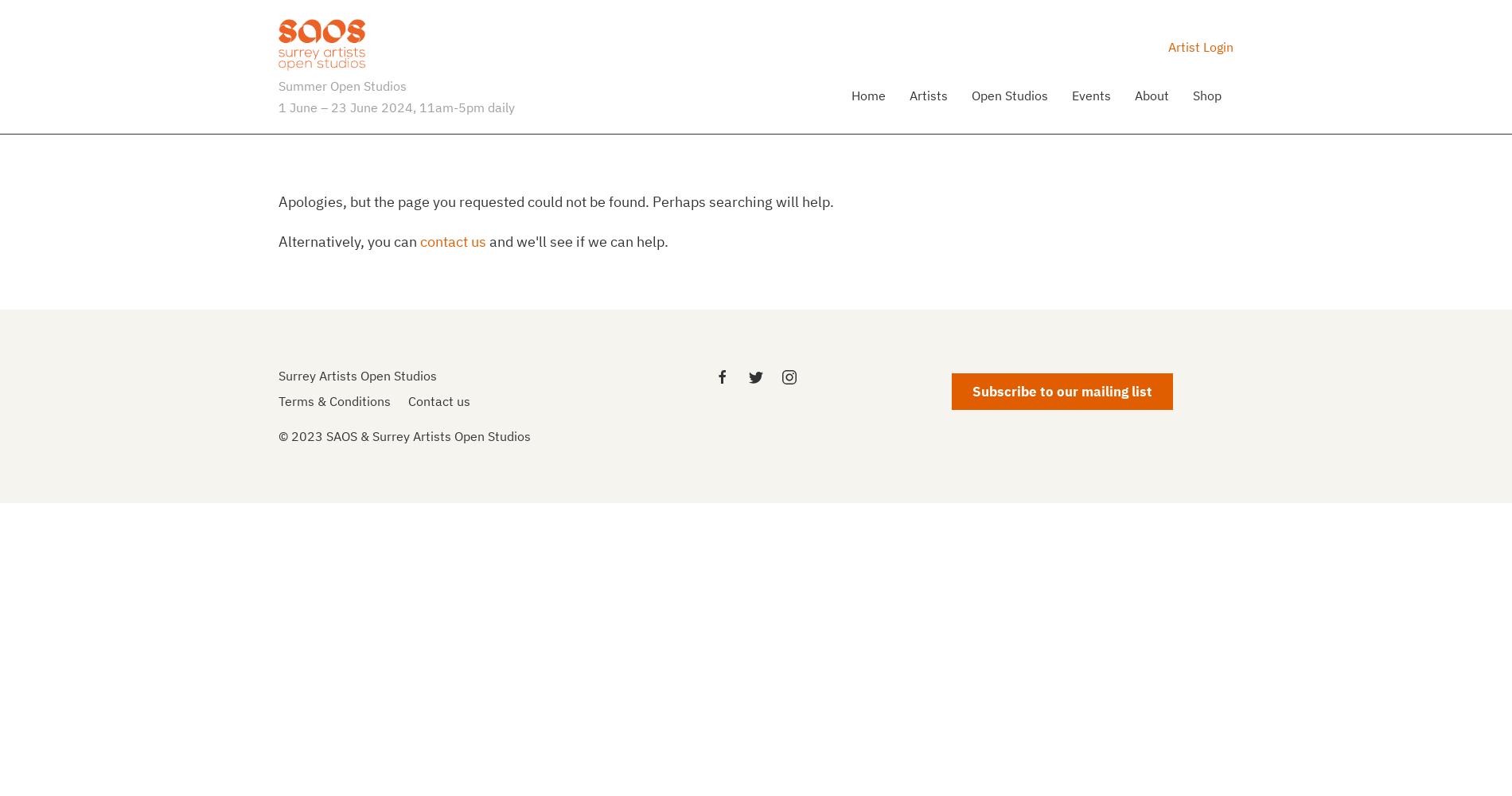 This screenshot has height=796, width=1512. I want to click on 'Open Studios', so click(1009, 93).